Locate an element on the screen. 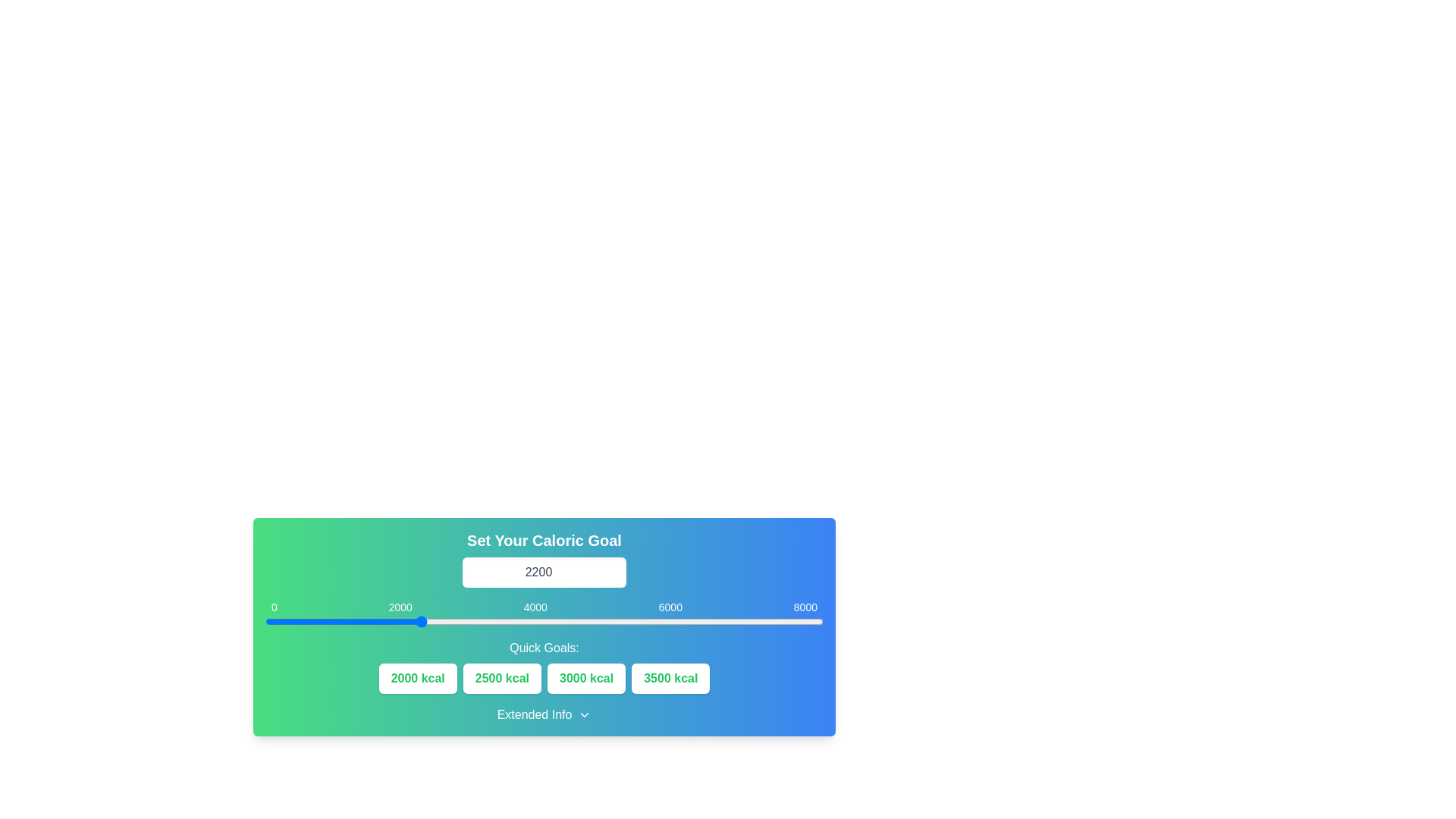 The height and width of the screenshot is (819, 1456). the button in the 'Quick Goals' section of the 'Set Your Caloric Goal' panel is located at coordinates (544, 677).